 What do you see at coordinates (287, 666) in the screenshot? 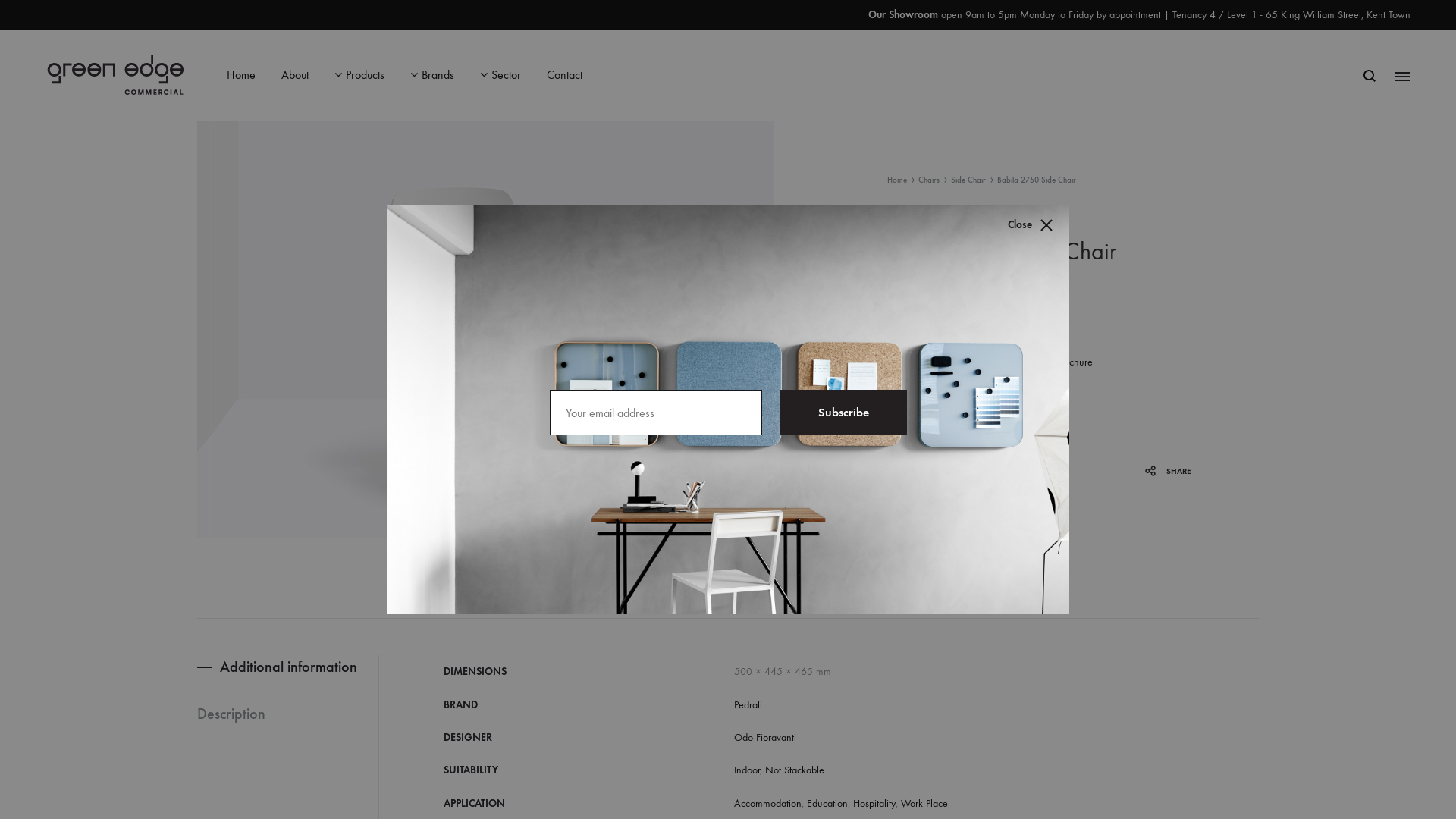
I see `'Additional information'` at bounding box center [287, 666].